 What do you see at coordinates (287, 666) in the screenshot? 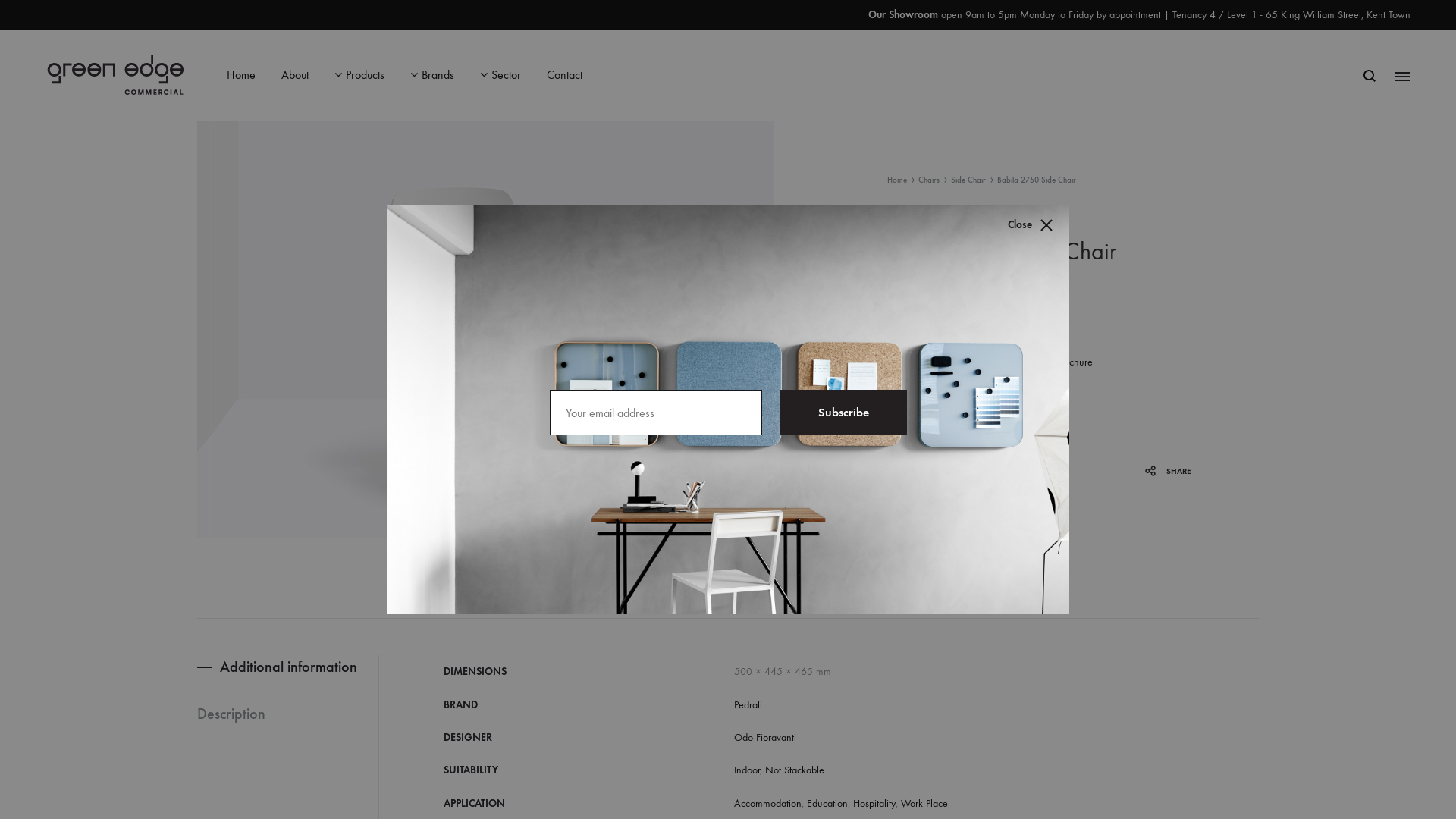
I see `'Additional information'` at bounding box center [287, 666].